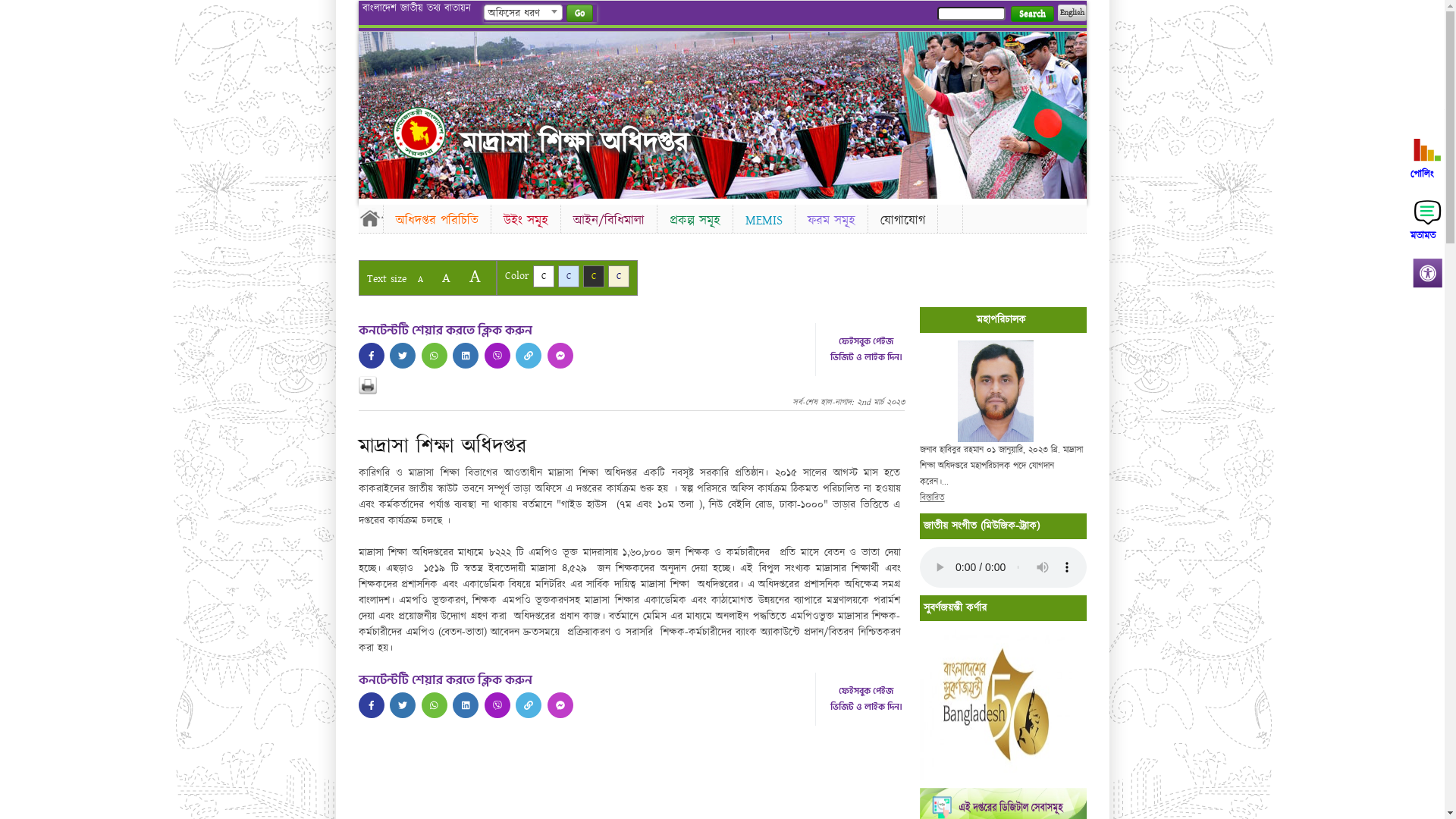 The width and height of the screenshot is (1456, 819). What do you see at coordinates (542, 276) in the screenshot?
I see `'C'` at bounding box center [542, 276].